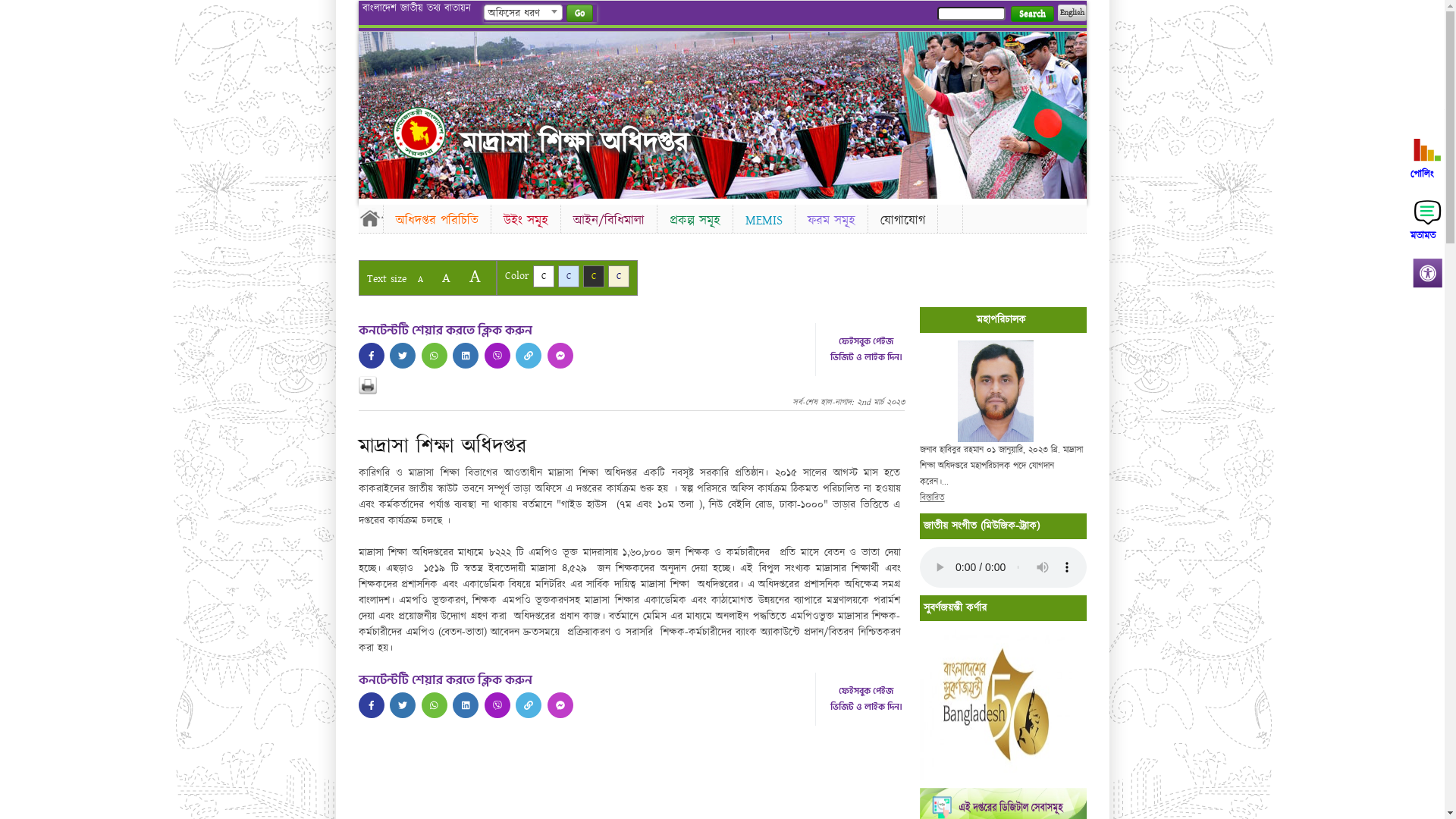 The width and height of the screenshot is (1456, 819). What do you see at coordinates (542, 276) in the screenshot?
I see `'C'` at bounding box center [542, 276].